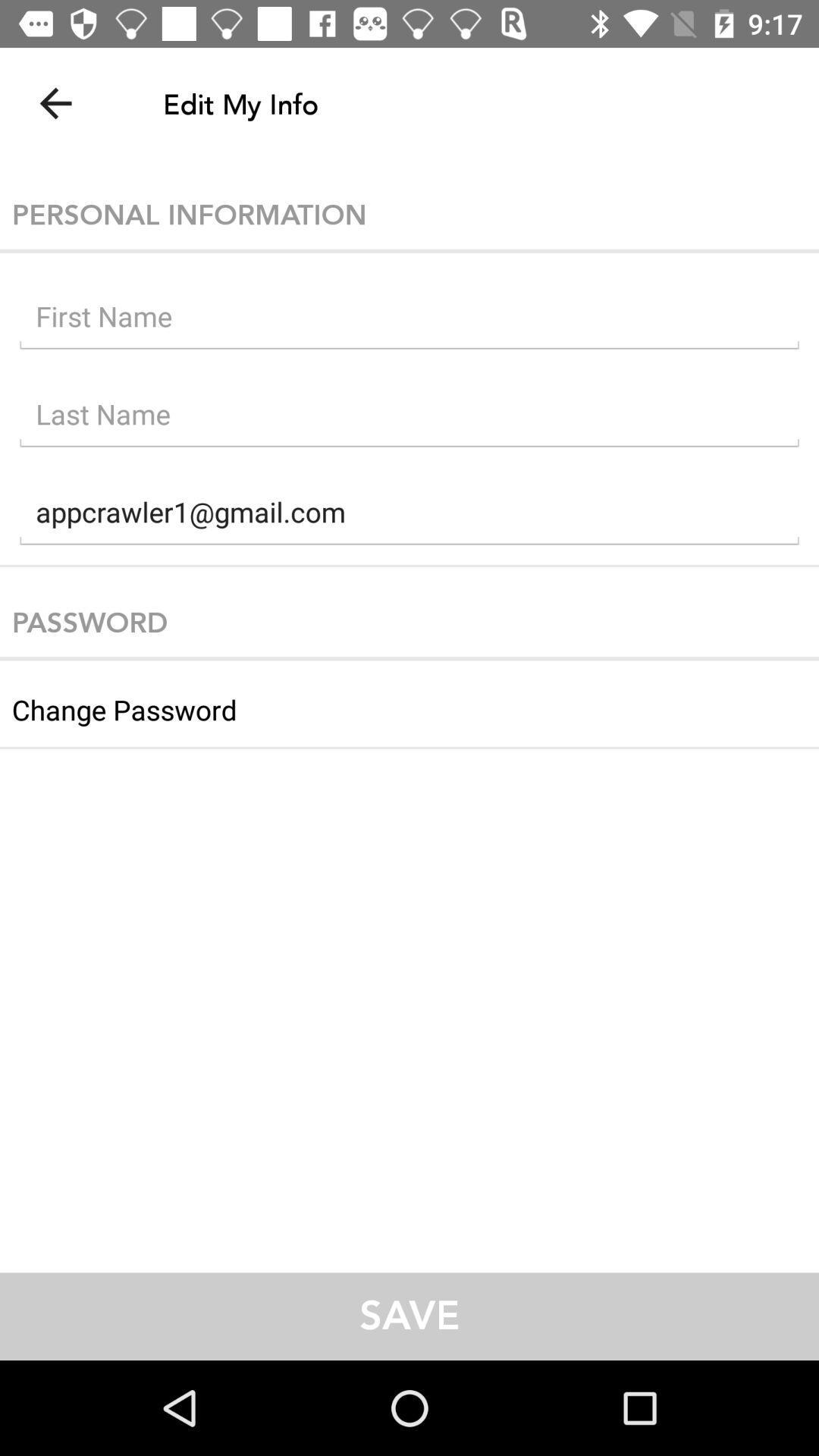  What do you see at coordinates (409, 1316) in the screenshot?
I see `save icon` at bounding box center [409, 1316].